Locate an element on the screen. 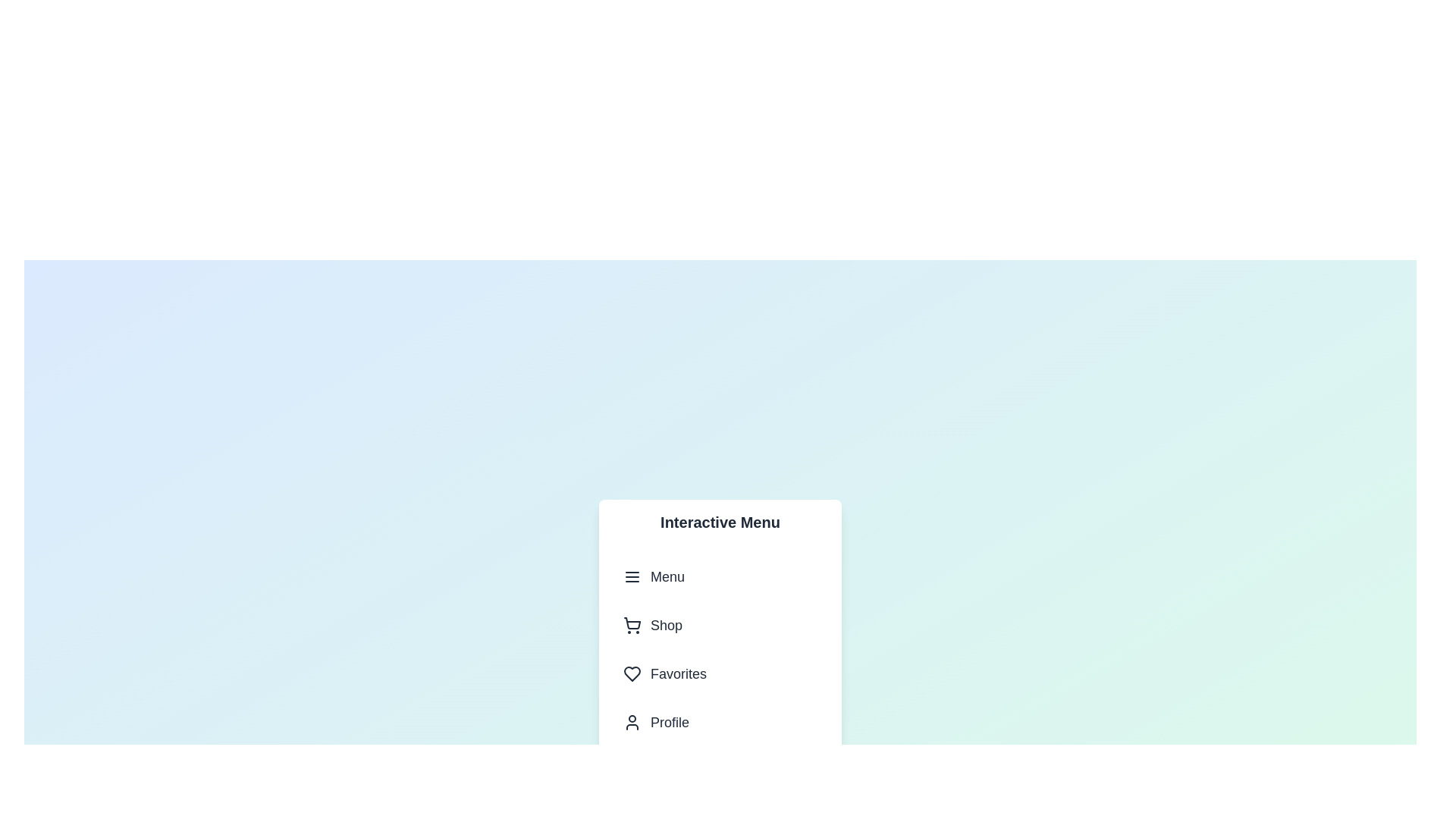 This screenshot has width=1456, height=819. the menu item labeled Profile to activate it is located at coordinates (720, 721).